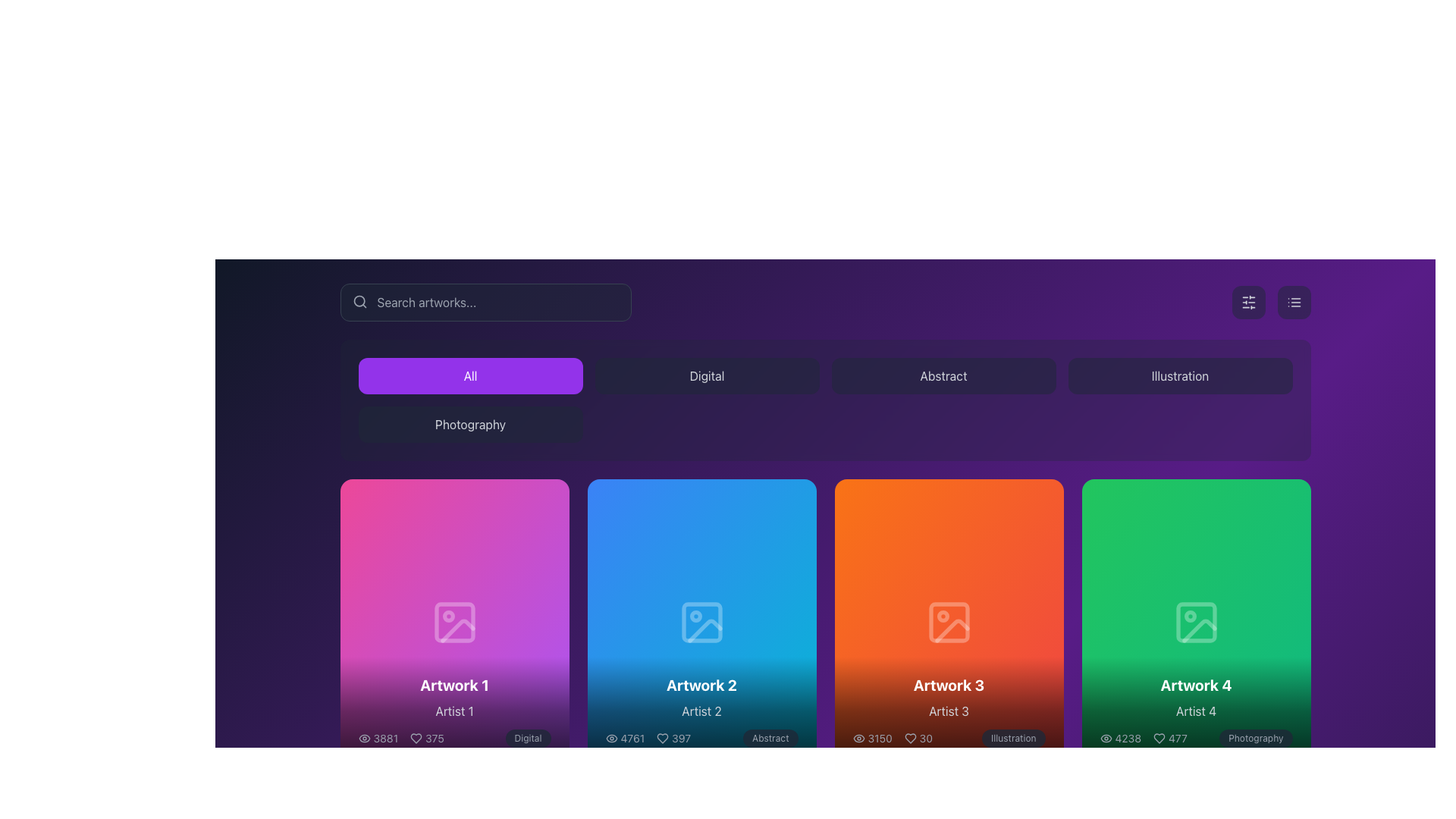  What do you see at coordinates (918, 737) in the screenshot?
I see `the numeric value '30' located beside the heart-shaped icon in the bottom left corner of the 'Artwork 3' card` at bounding box center [918, 737].